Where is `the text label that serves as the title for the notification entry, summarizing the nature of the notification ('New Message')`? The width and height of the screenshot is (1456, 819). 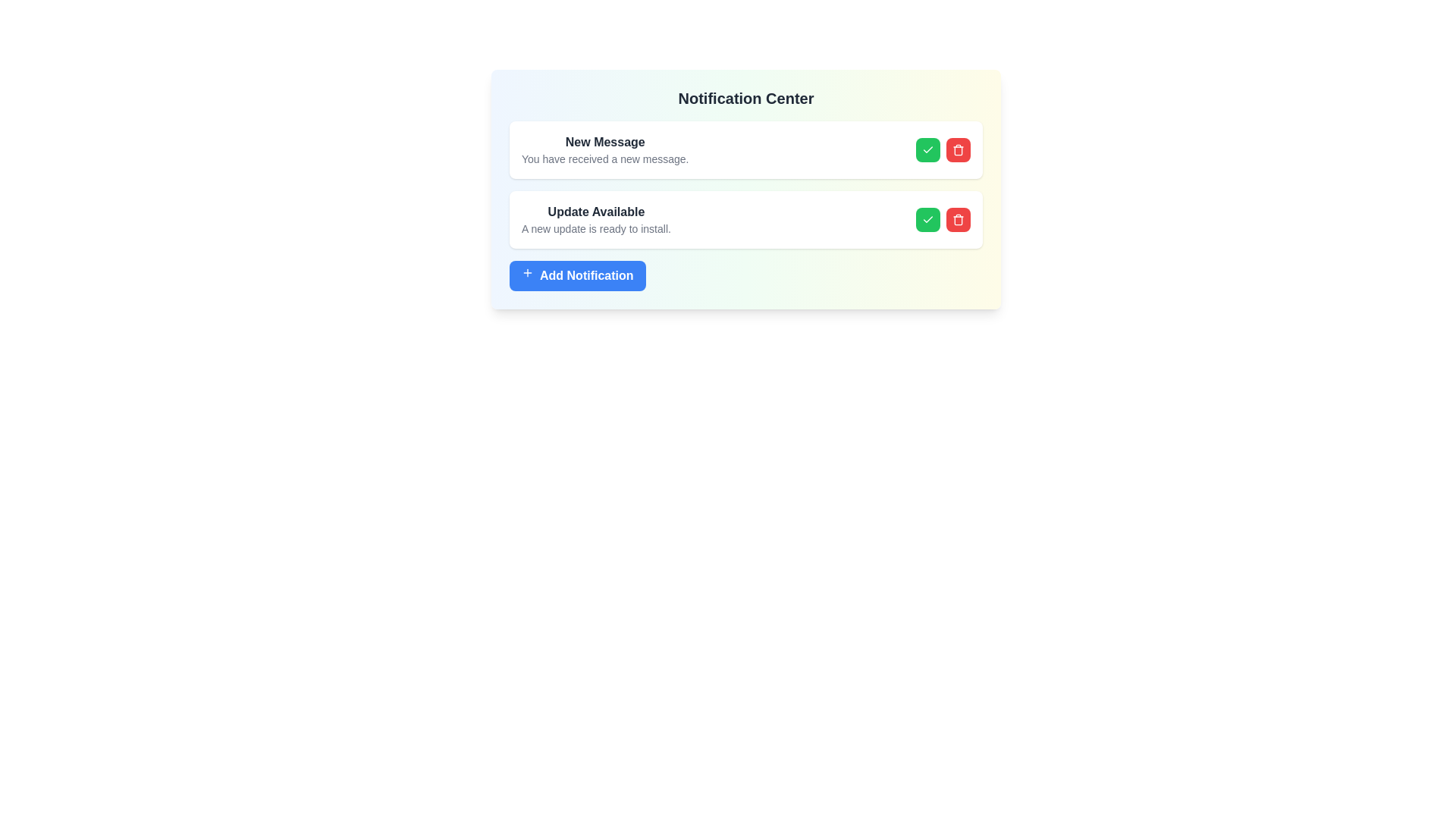 the text label that serves as the title for the notification entry, summarizing the nature of the notification ('New Message') is located at coordinates (604, 143).